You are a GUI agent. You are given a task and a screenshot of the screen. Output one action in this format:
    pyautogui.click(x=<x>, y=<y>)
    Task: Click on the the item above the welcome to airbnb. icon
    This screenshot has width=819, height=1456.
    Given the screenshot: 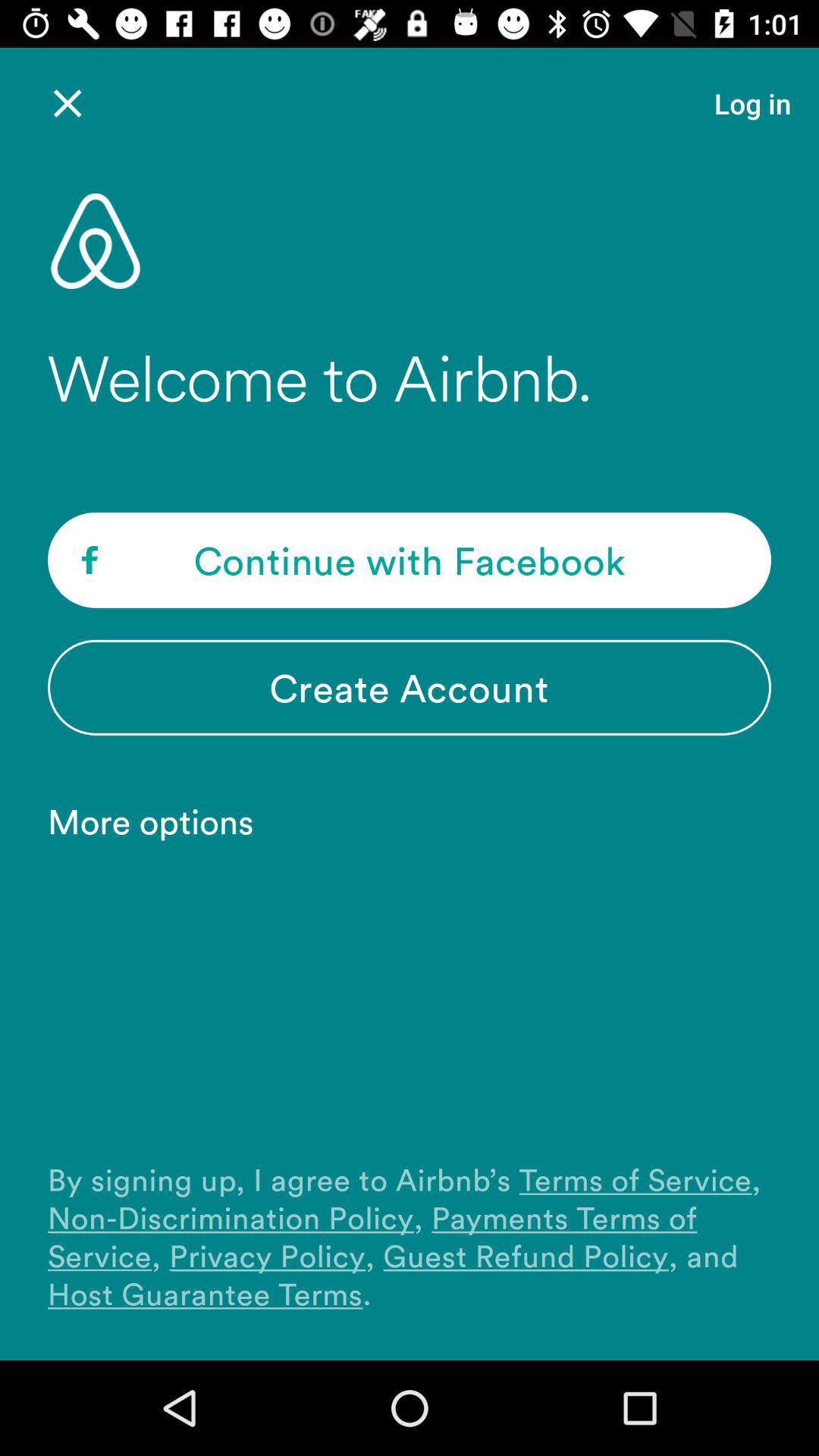 What is the action you would take?
    pyautogui.click(x=752, y=102)
    